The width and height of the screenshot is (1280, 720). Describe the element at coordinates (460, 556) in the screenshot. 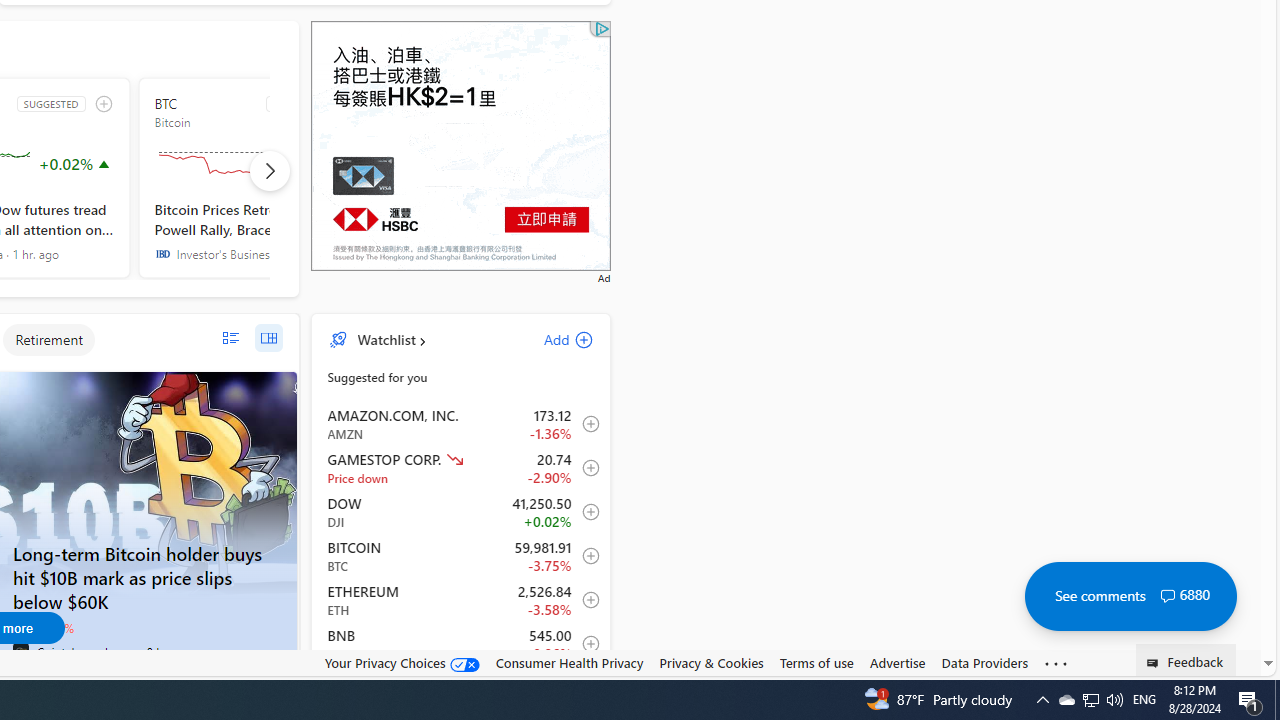

I see `'BTC Bitcoin decrease 59,981.91 -2,246.92 -3.75% item3'` at that location.